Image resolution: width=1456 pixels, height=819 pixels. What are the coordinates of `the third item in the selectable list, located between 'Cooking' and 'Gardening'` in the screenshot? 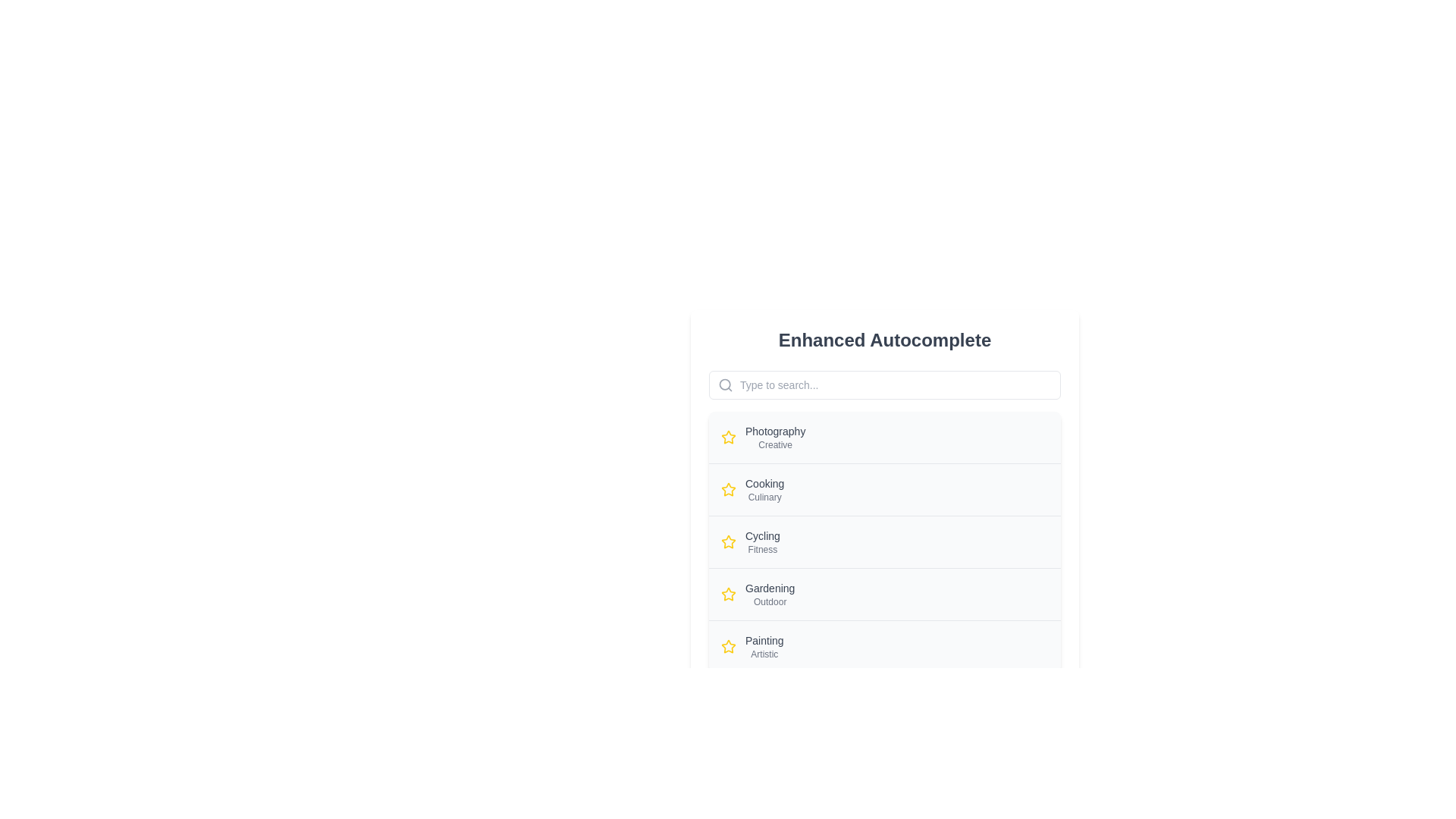 It's located at (884, 541).